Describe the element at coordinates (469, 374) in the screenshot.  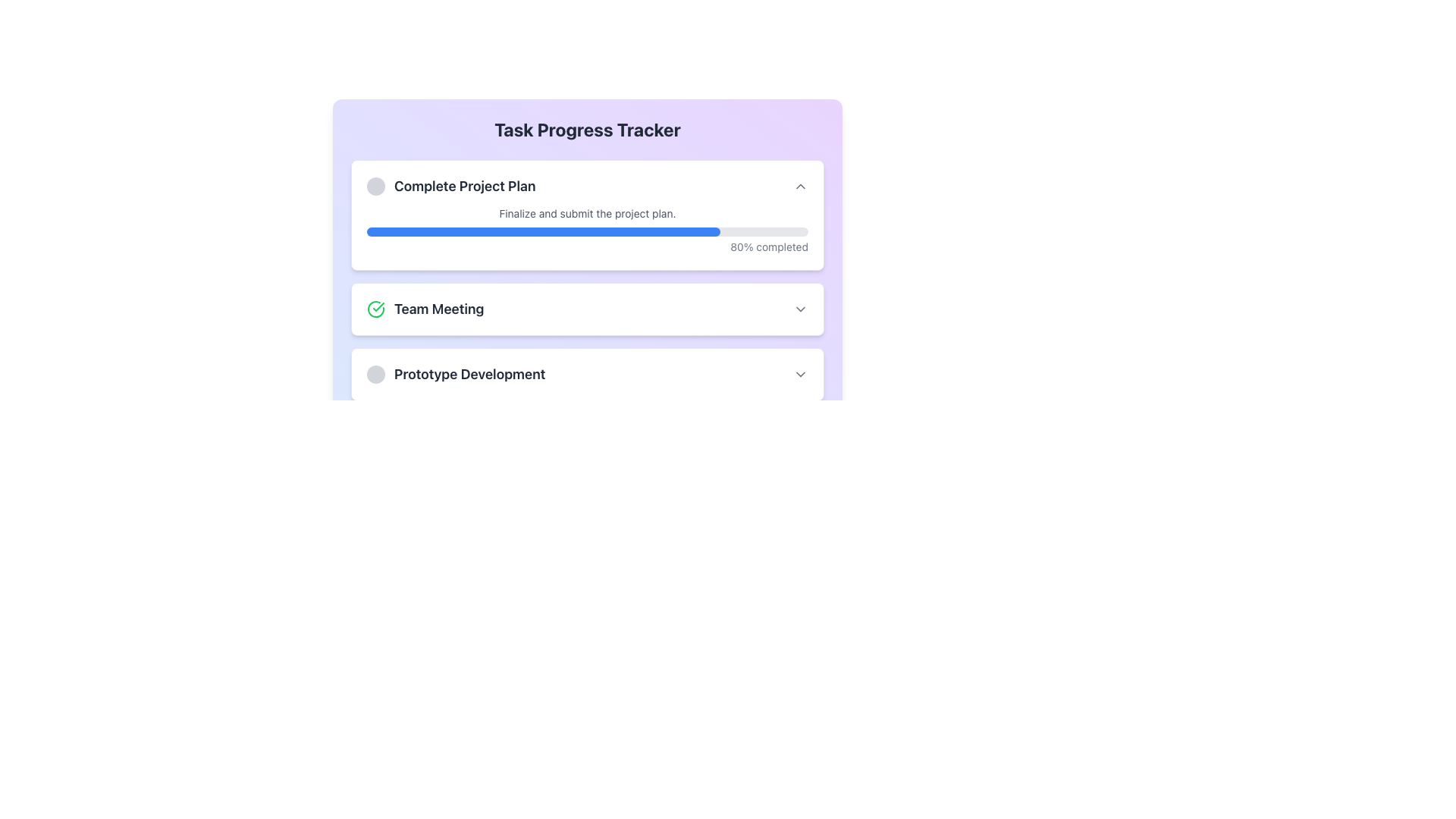
I see `the text label that identifies the last task in the vertical task list, positioned to the right of the circular icon below the 'Team Meeting' entry` at that location.